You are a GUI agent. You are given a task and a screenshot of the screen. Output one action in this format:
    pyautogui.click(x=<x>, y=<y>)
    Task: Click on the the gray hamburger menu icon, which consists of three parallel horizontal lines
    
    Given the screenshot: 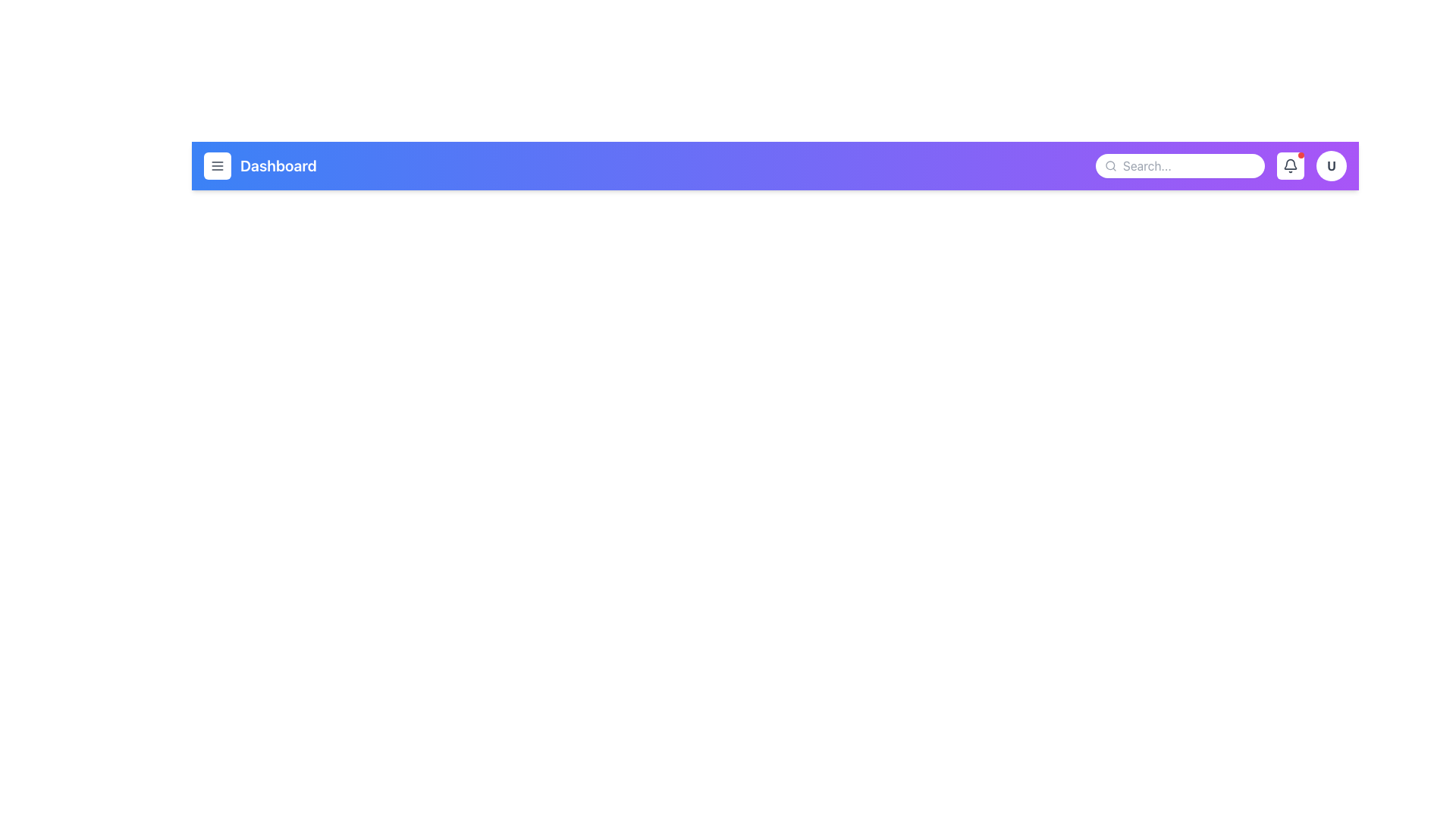 What is the action you would take?
    pyautogui.click(x=217, y=166)
    